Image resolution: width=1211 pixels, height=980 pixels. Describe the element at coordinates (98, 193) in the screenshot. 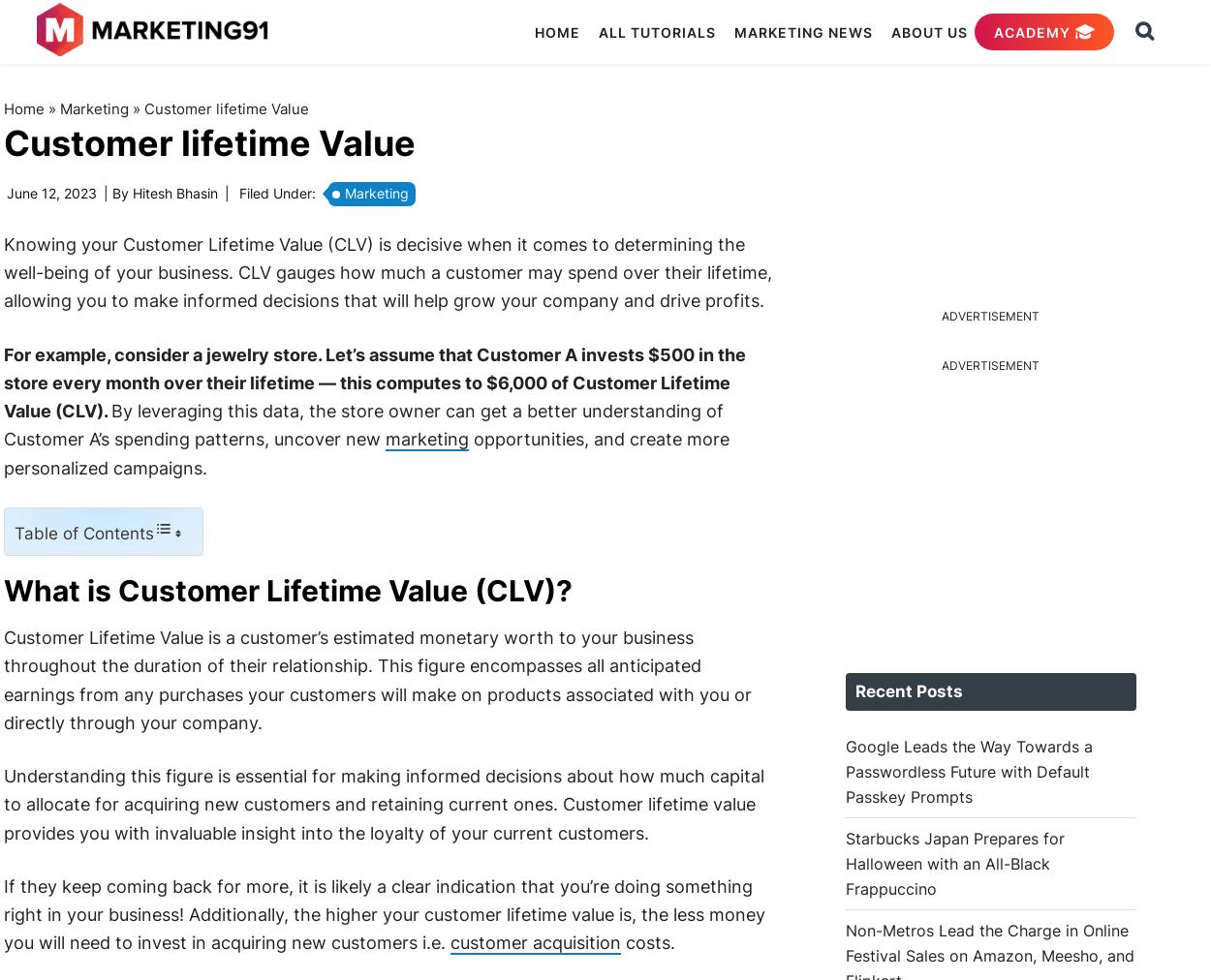

I see `'| By'` at that location.